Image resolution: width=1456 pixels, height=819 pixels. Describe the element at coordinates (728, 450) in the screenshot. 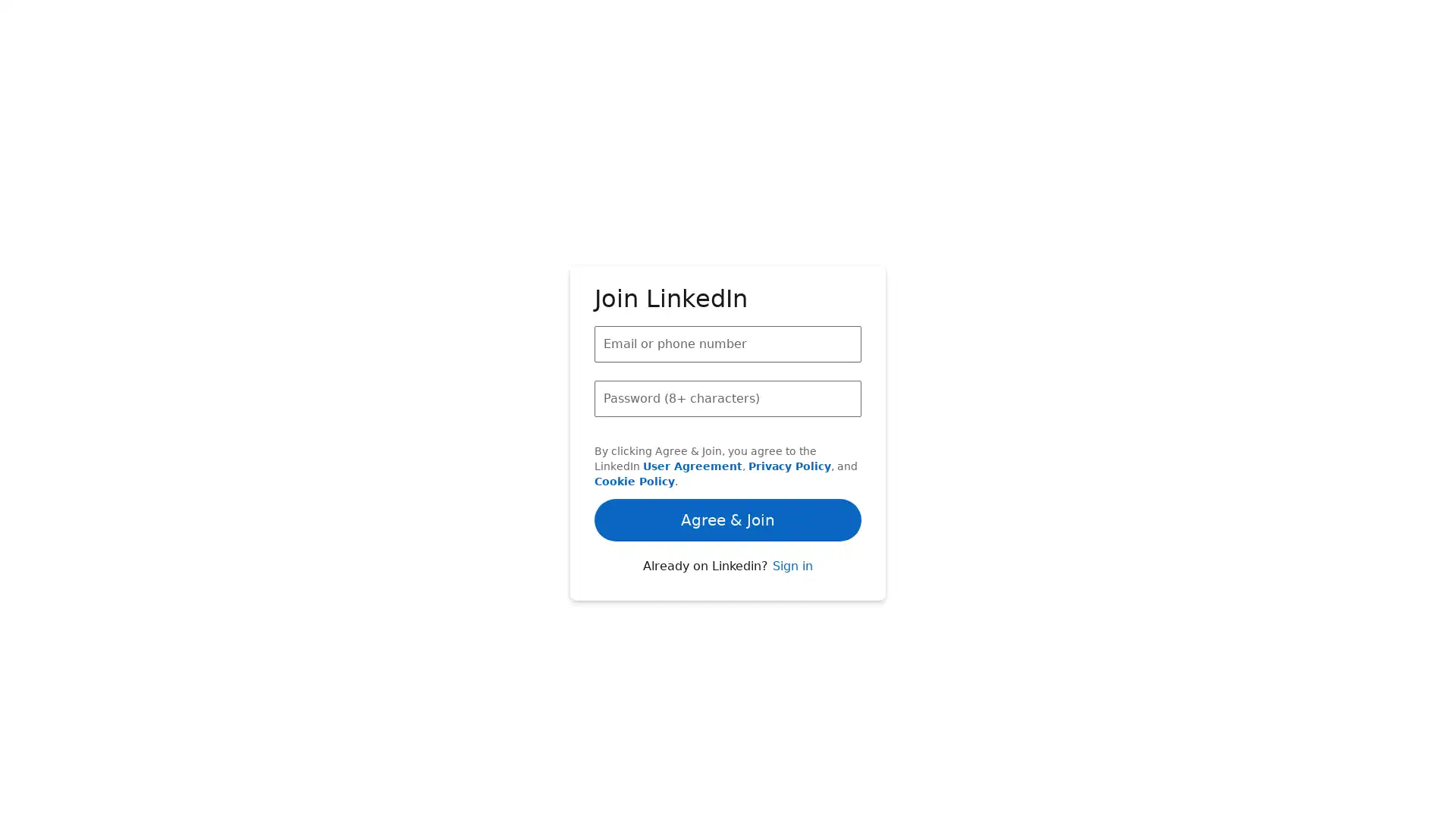

I see `Agree & Join` at that location.